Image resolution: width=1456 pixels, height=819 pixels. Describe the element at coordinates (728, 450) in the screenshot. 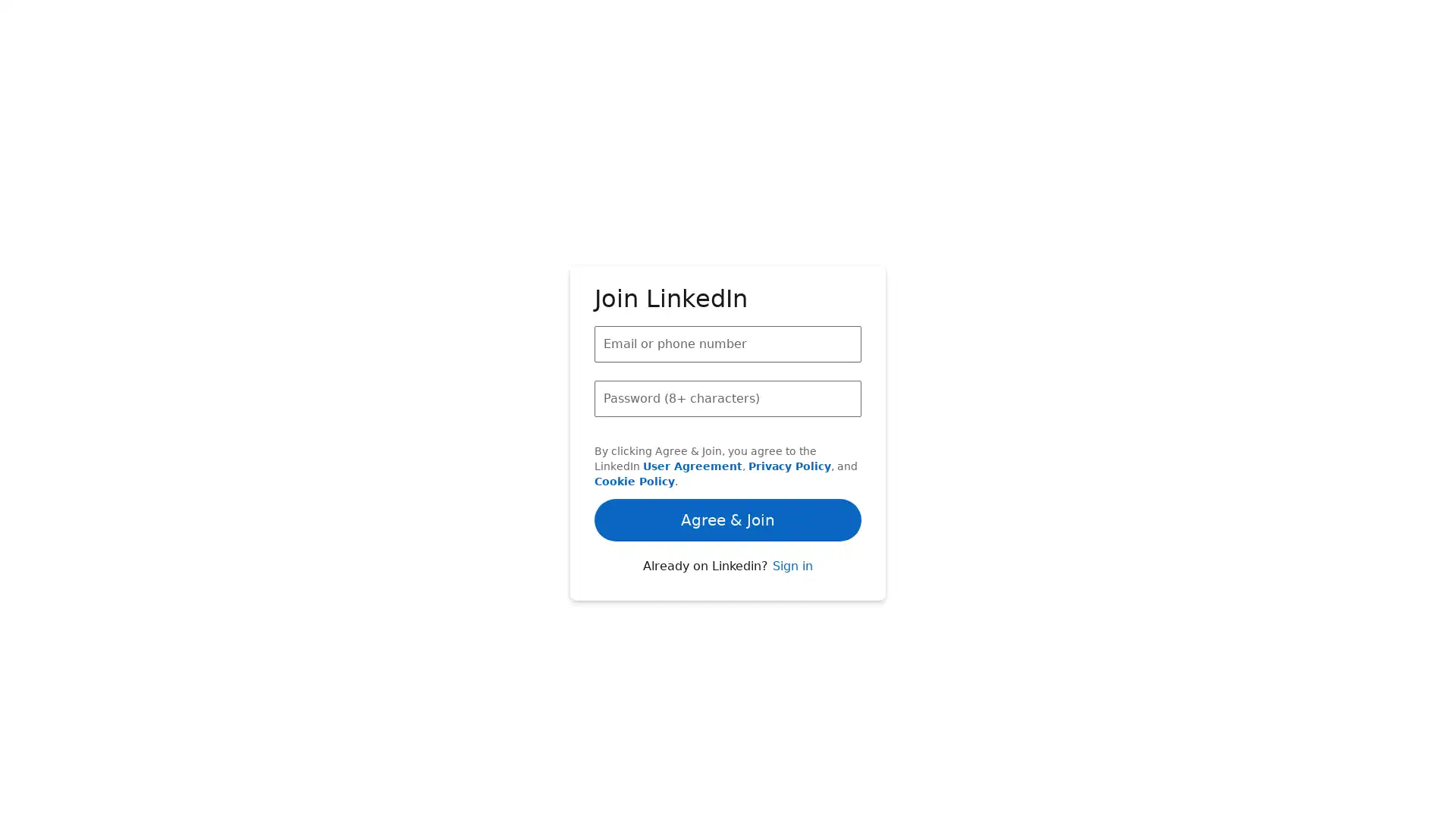

I see `Agree & Join` at that location.